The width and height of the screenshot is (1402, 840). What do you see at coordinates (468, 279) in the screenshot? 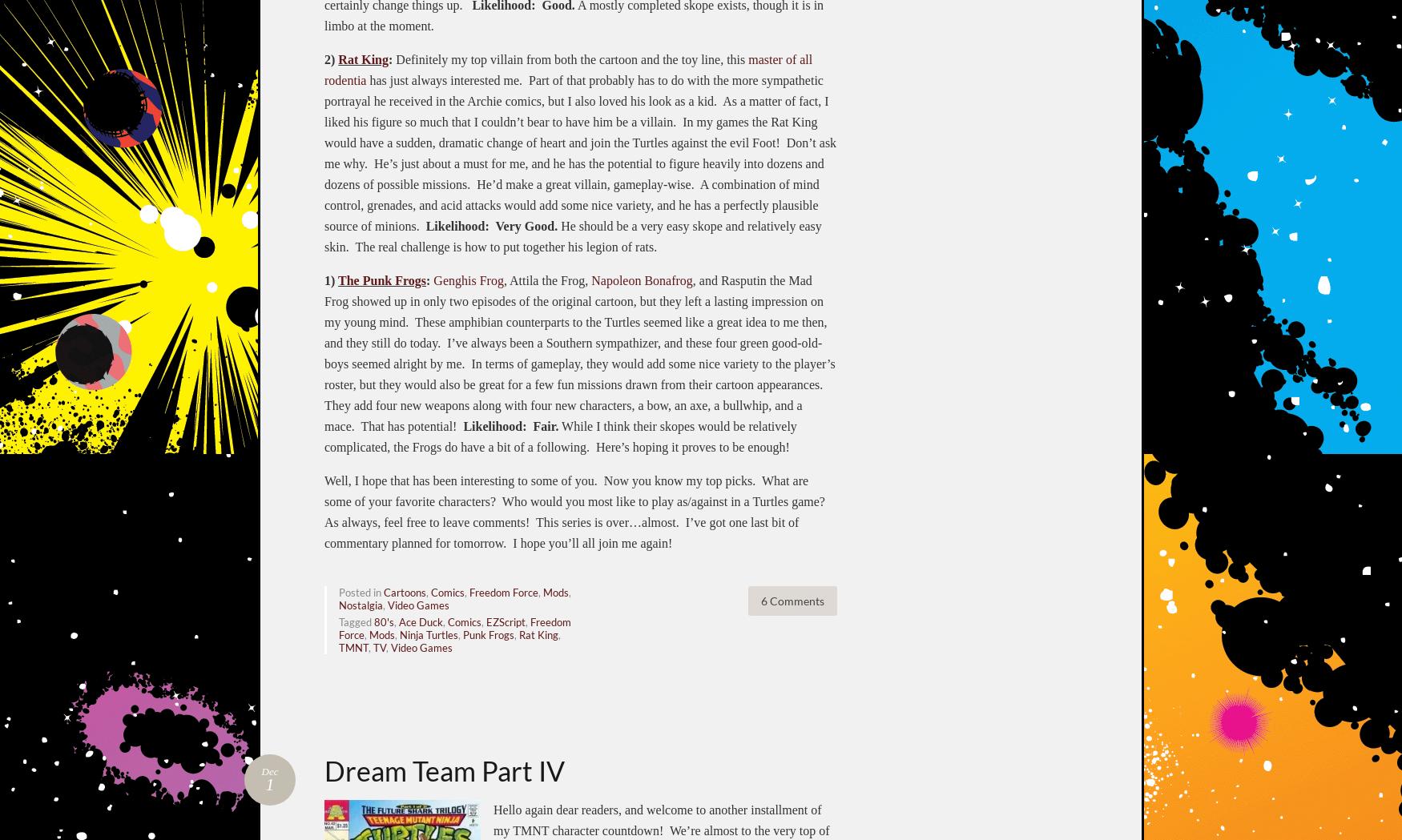
I see `'Genghis Frog'` at bounding box center [468, 279].